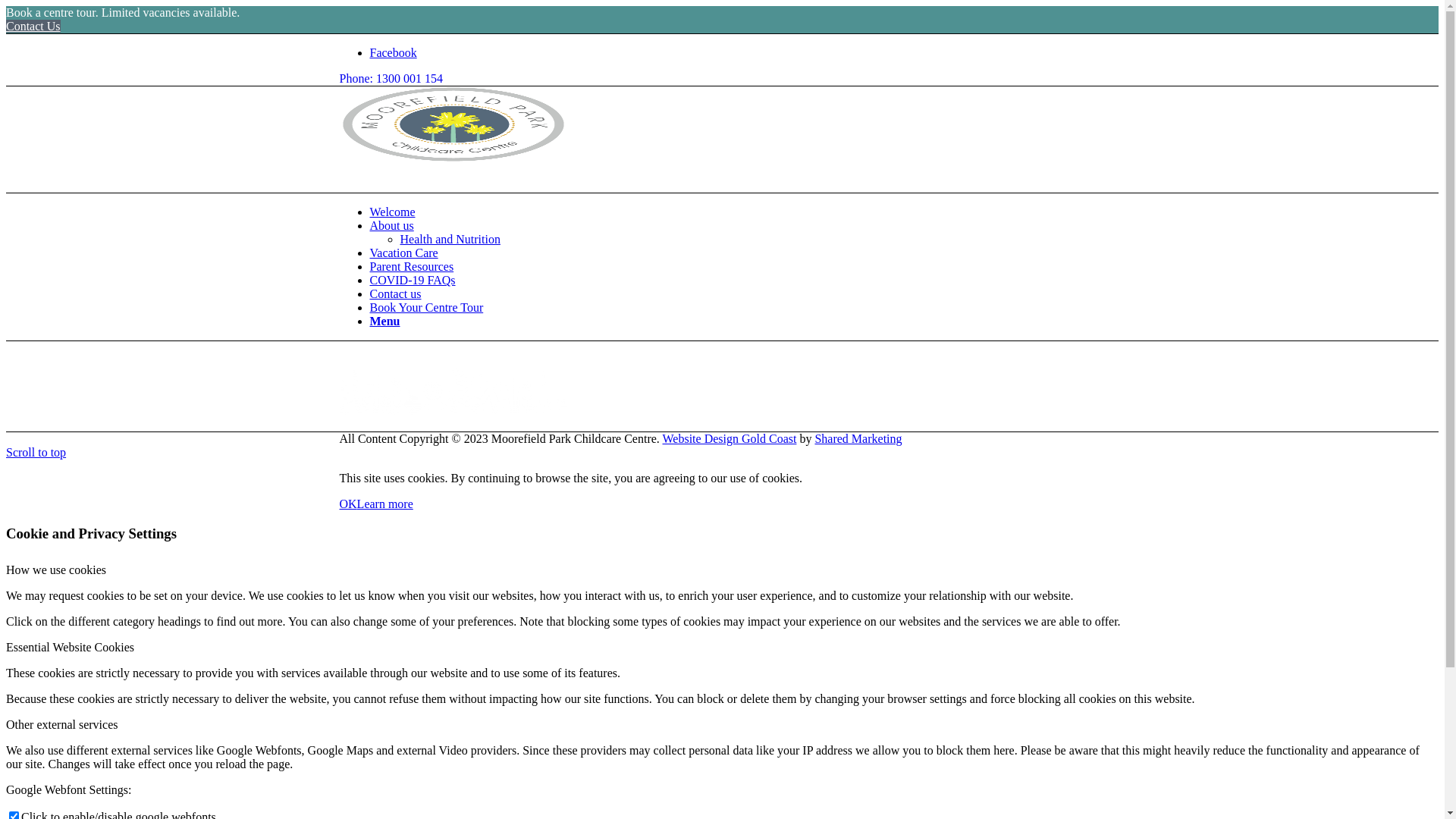 Image resolution: width=1456 pixels, height=819 pixels. What do you see at coordinates (392, 225) in the screenshot?
I see `'About us'` at bounding box center [392, 225].